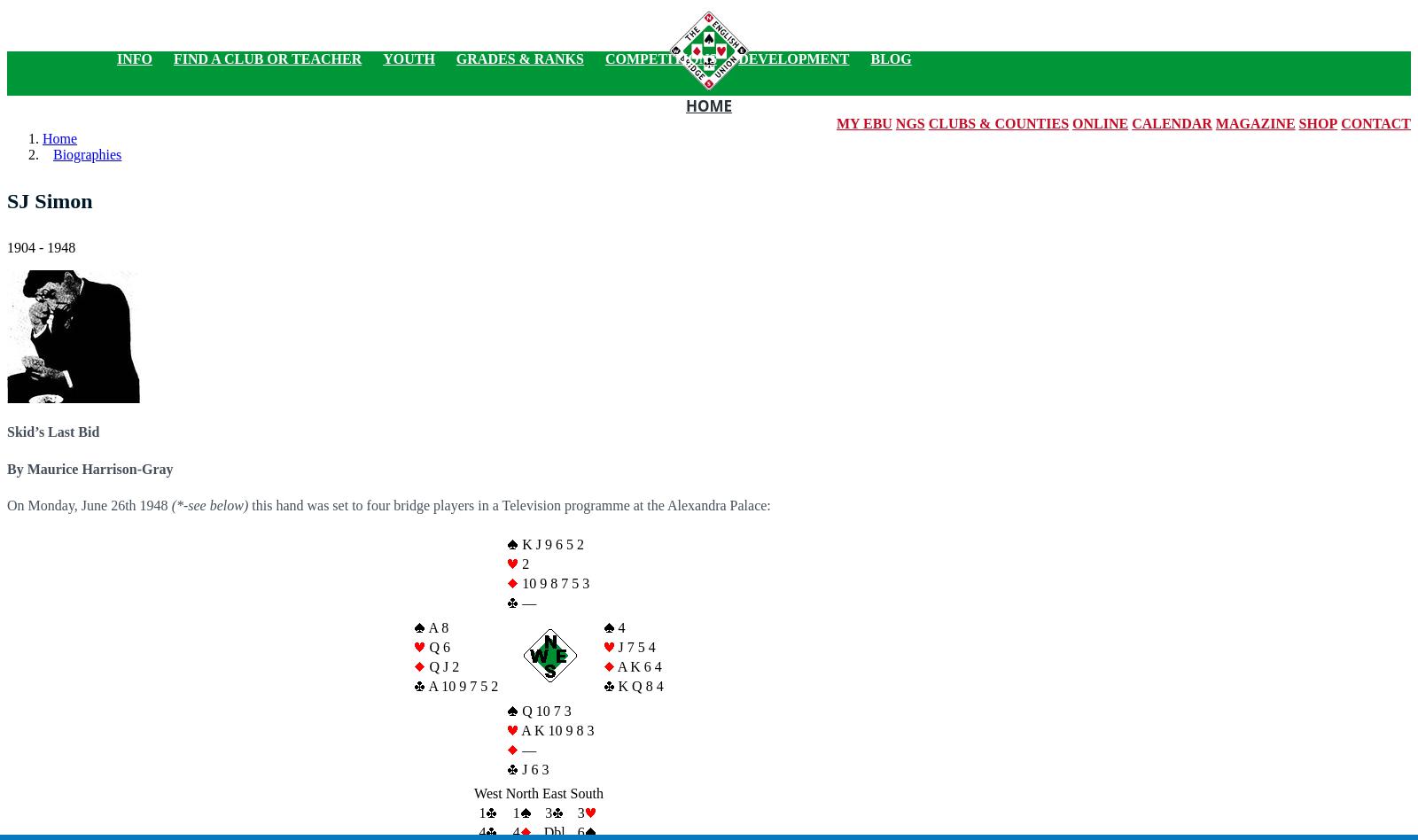  I want to click on '6', so click(580, 830).